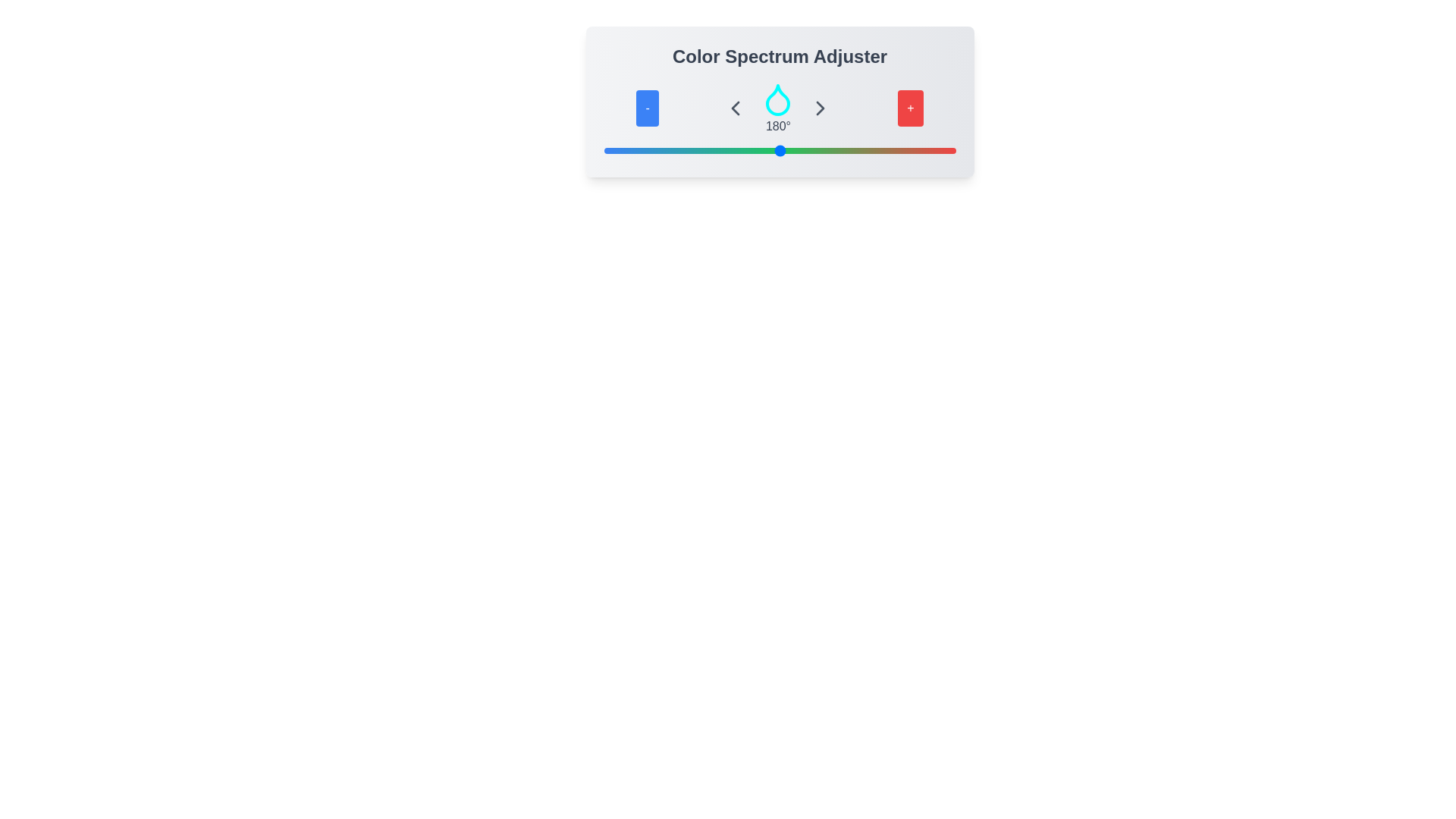  I want to click on the slider to set the color value to 309, so click(905, 151).